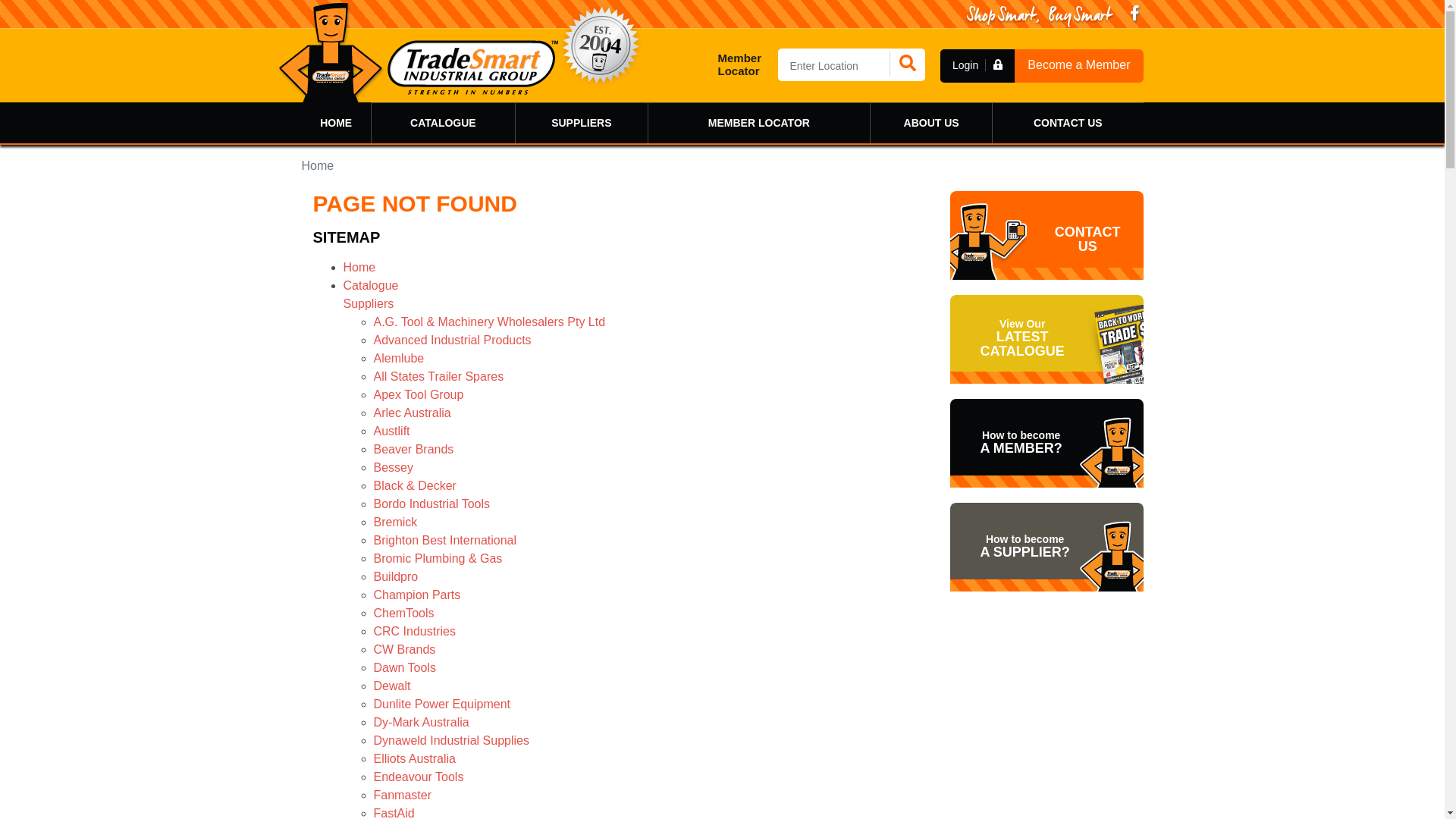 Image resolution: width=1456 pixels, height=819 pixels. I want to click on 'Dawn Tools', so click(403, 667).